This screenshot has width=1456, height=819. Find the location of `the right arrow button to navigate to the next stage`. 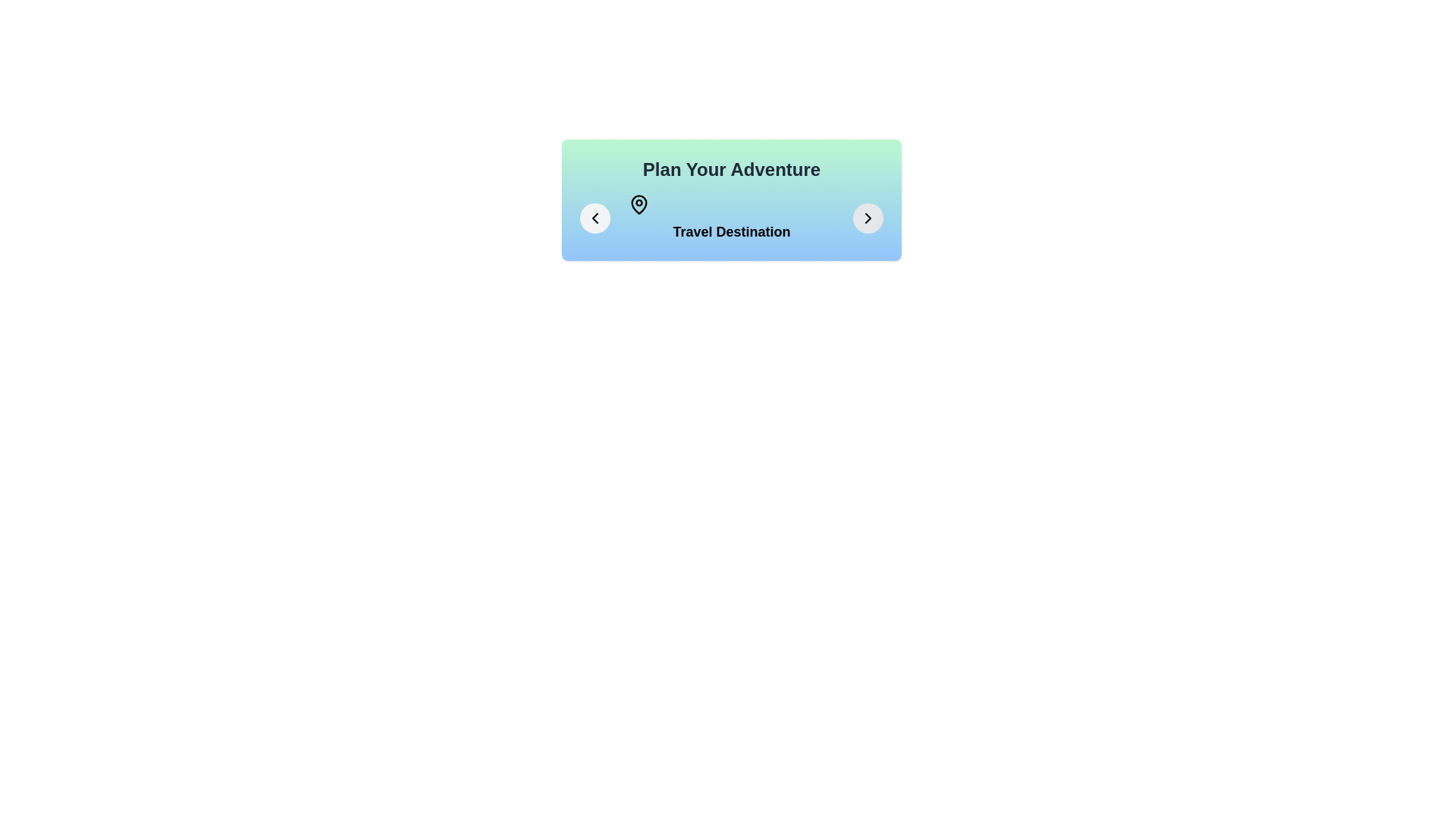

the right arrow button to navigate to the next stage is located at coordinates (868, 218).